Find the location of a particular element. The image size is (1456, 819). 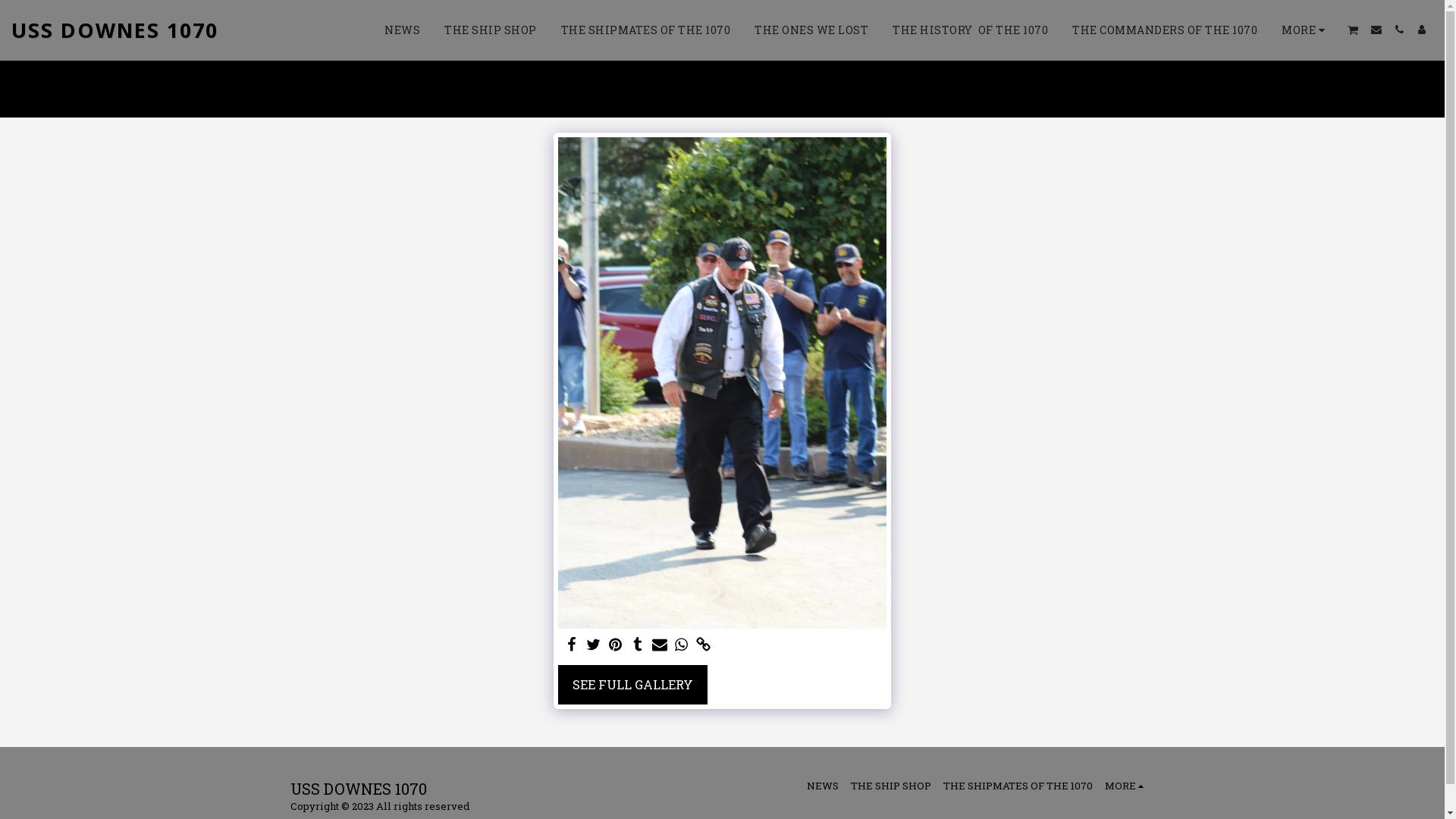

' ' is located at coordinates (702, 645).